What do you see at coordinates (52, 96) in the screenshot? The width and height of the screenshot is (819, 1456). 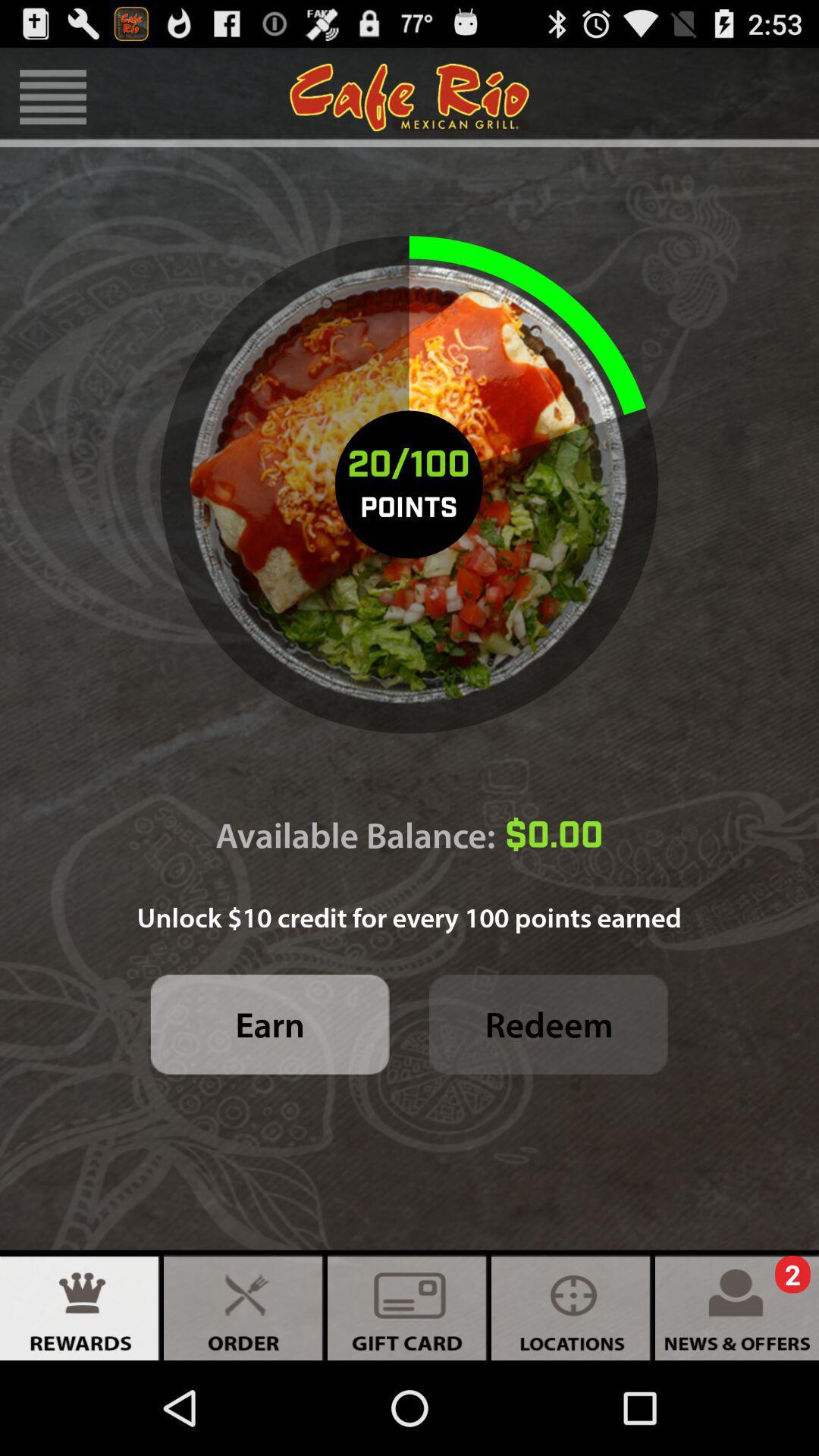 I see `icon at the top left corner` at bounding box center [52, 96].